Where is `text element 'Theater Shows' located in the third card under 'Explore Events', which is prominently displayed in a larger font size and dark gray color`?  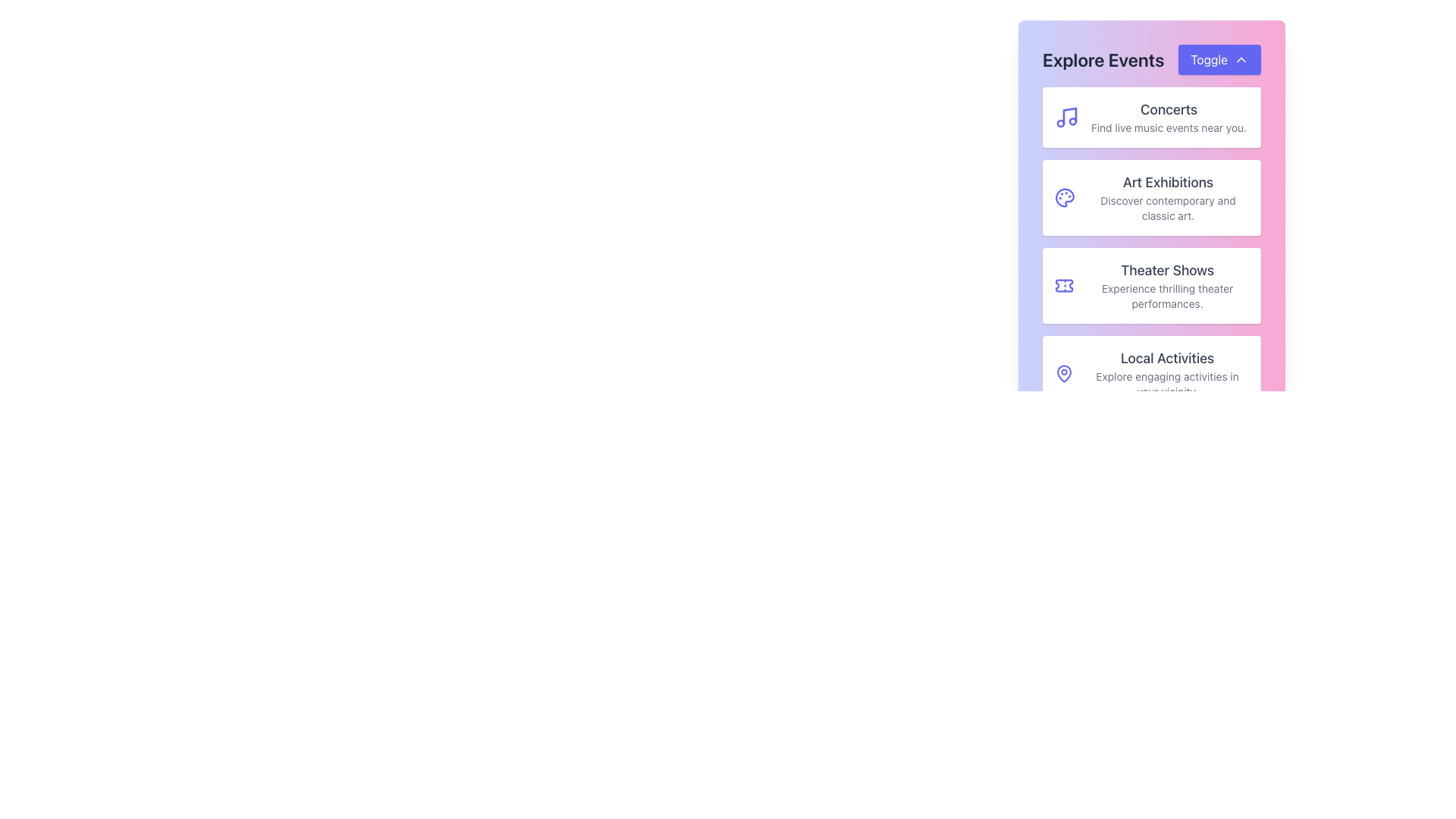
text element 'Theater Shows' located in the third card under 'Explore Events', which is prominently displayed in a larger font size and dark gray color is located at coordinates (1166, 270).